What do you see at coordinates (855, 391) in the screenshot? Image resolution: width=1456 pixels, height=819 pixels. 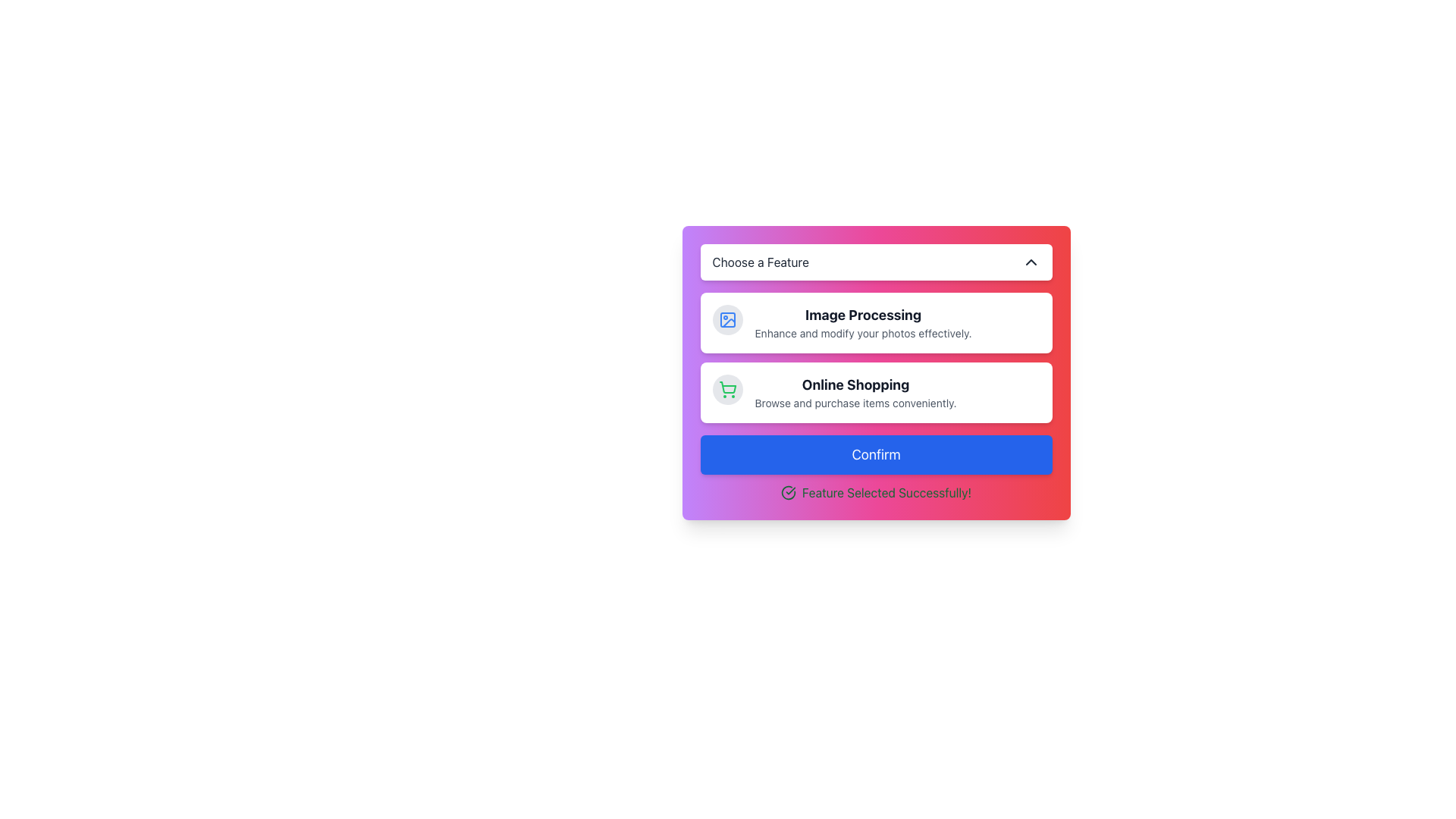 I see `the text element with the heading 'Online Shopping' and subtext 'Browse and purchase items conveniently', located in the middle of the feature selection panel` at bounding box center [855, 391].